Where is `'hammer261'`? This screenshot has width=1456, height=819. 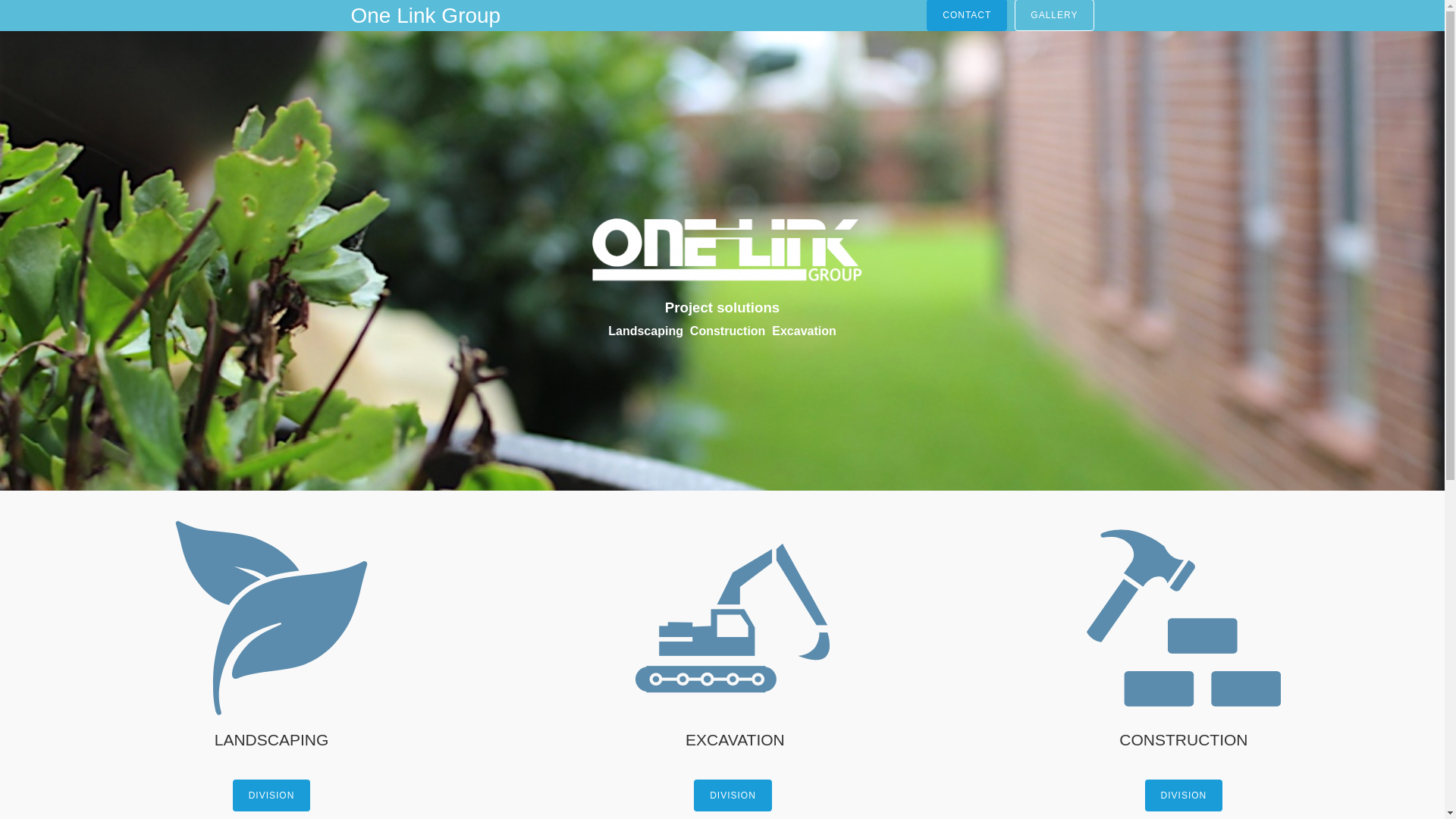 'hammer261' is located at coordinates (1086, 617).